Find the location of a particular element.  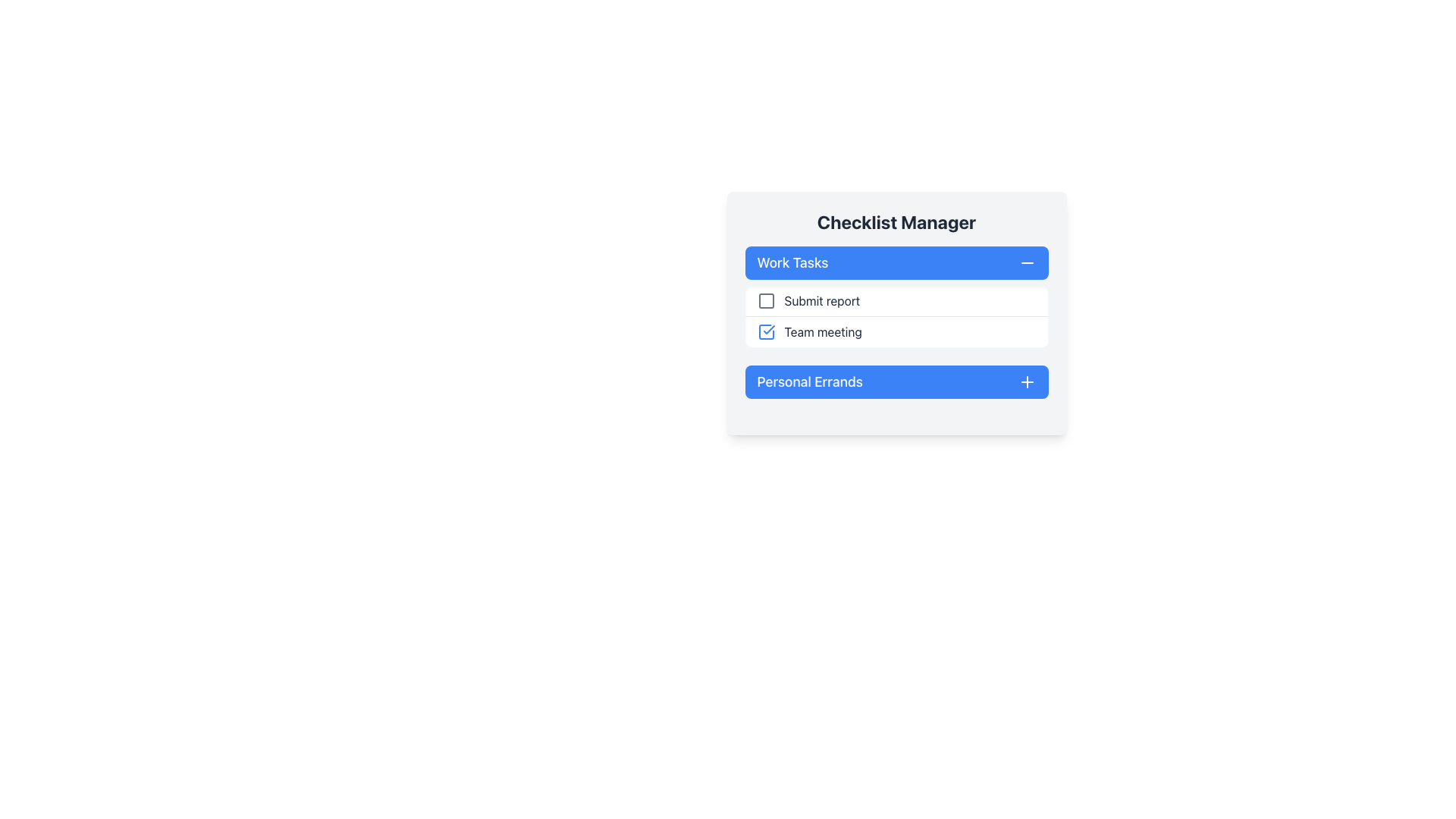

the Indicator icon in the Checklist Manager under Work Tasks, next to the Submit report item is located at coordinates (766, 301).